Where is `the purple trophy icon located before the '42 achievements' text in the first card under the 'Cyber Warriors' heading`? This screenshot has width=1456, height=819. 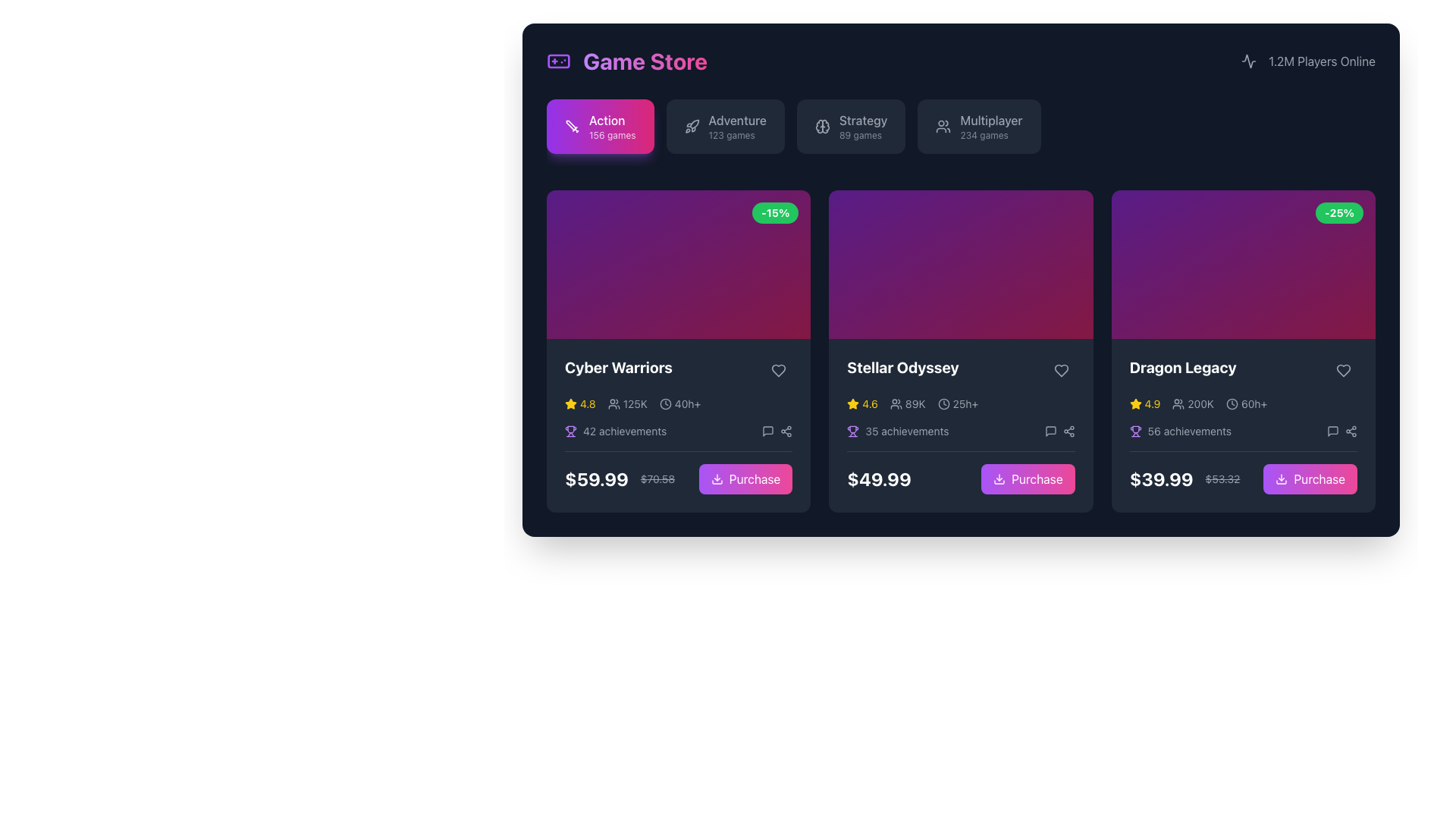
the purple trophy icon located before the '42 achievements' text in the first card under the 'Cyber Warriors' heading is located at coordinates (570, 430).